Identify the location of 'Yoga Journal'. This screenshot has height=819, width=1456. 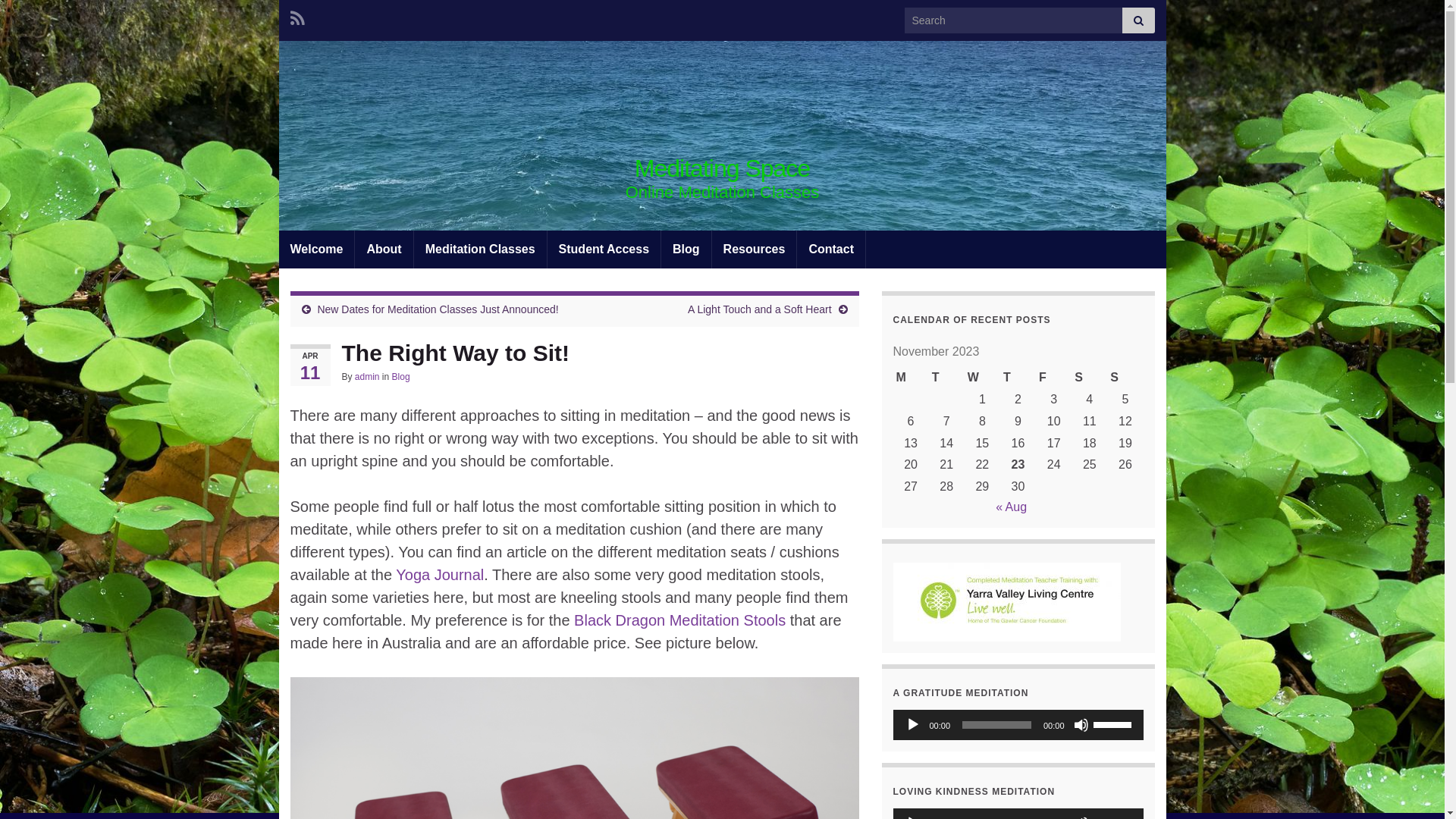
(439, 575).